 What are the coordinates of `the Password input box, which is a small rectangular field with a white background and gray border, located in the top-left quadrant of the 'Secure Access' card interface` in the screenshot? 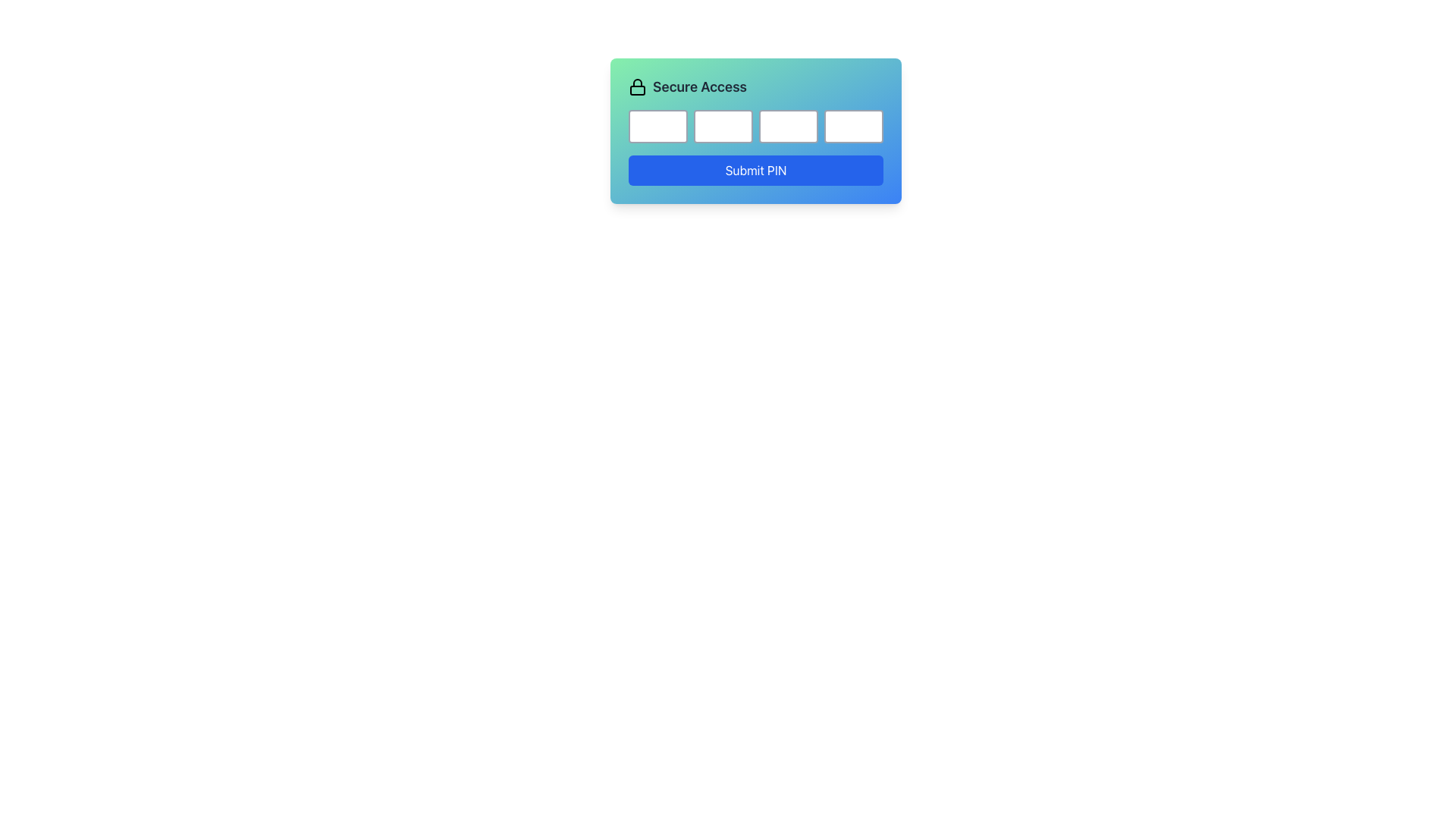 It's located at (658, 125).